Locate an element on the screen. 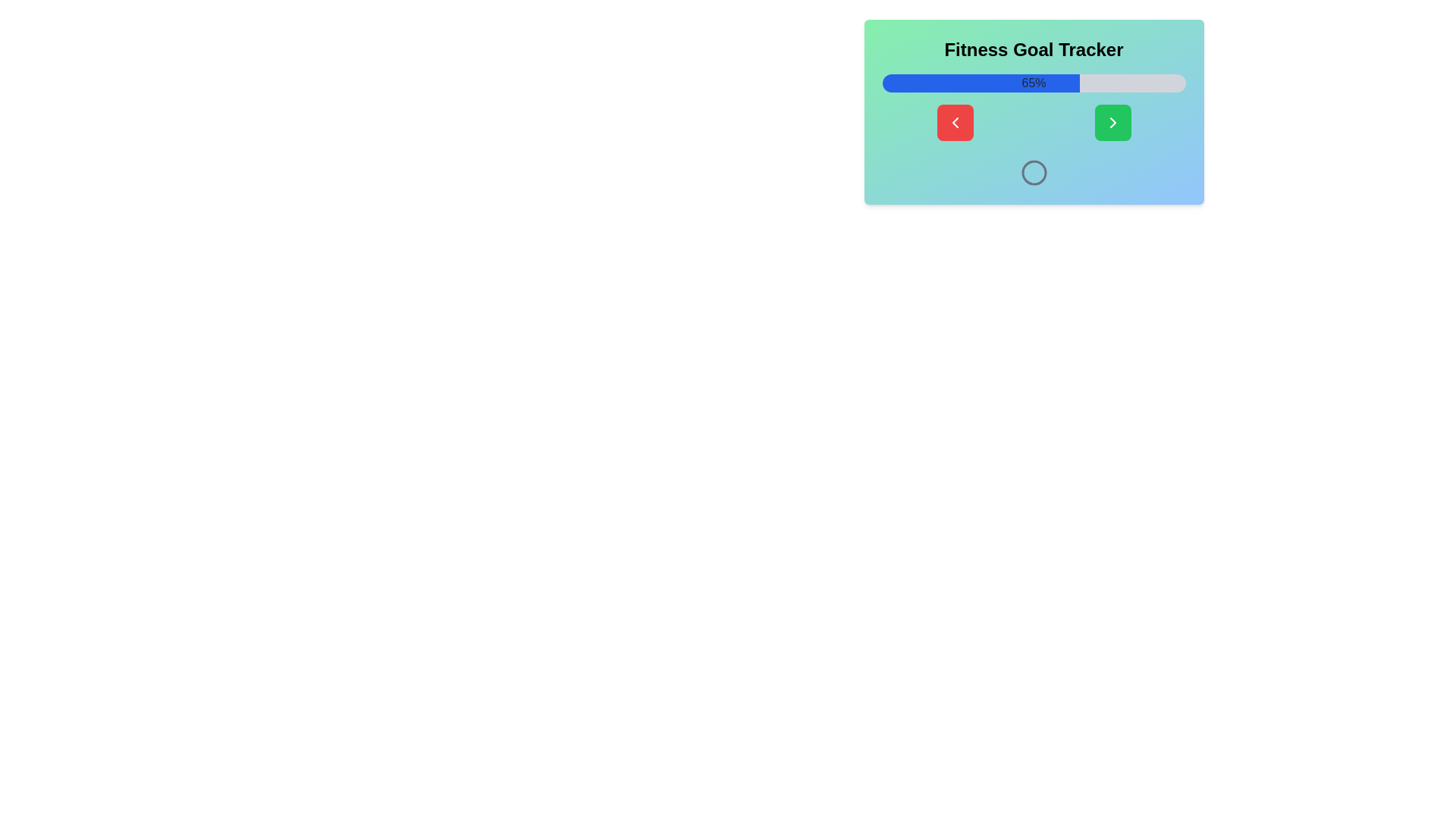 The height and width of the screenshot is (819, 1456). the Circle SVG Graphic that serves as a decorative element in the fitness tracker panel is located at coordinates (1033, 171).